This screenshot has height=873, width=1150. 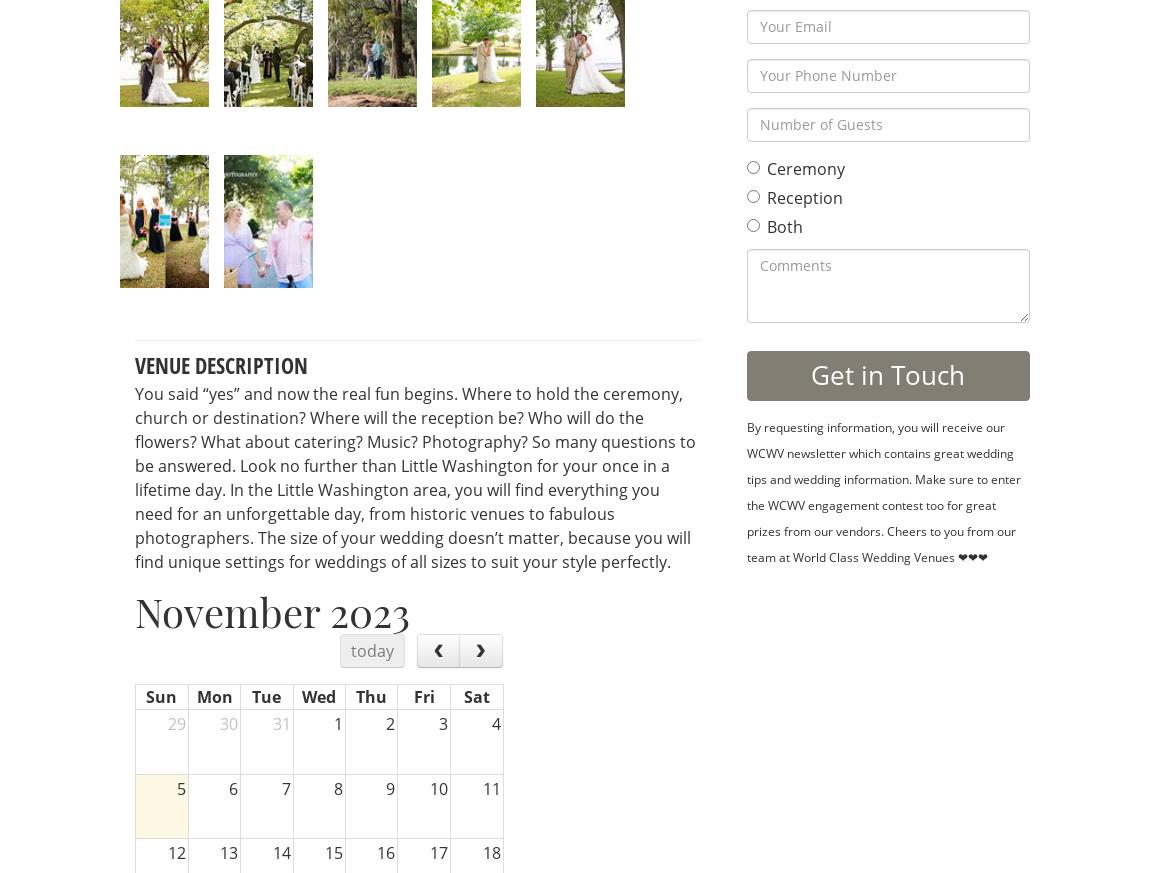 What do you see at coordinates (438, 722) in the screenshot?
I see `'3'` at bounding box center [438, 722].